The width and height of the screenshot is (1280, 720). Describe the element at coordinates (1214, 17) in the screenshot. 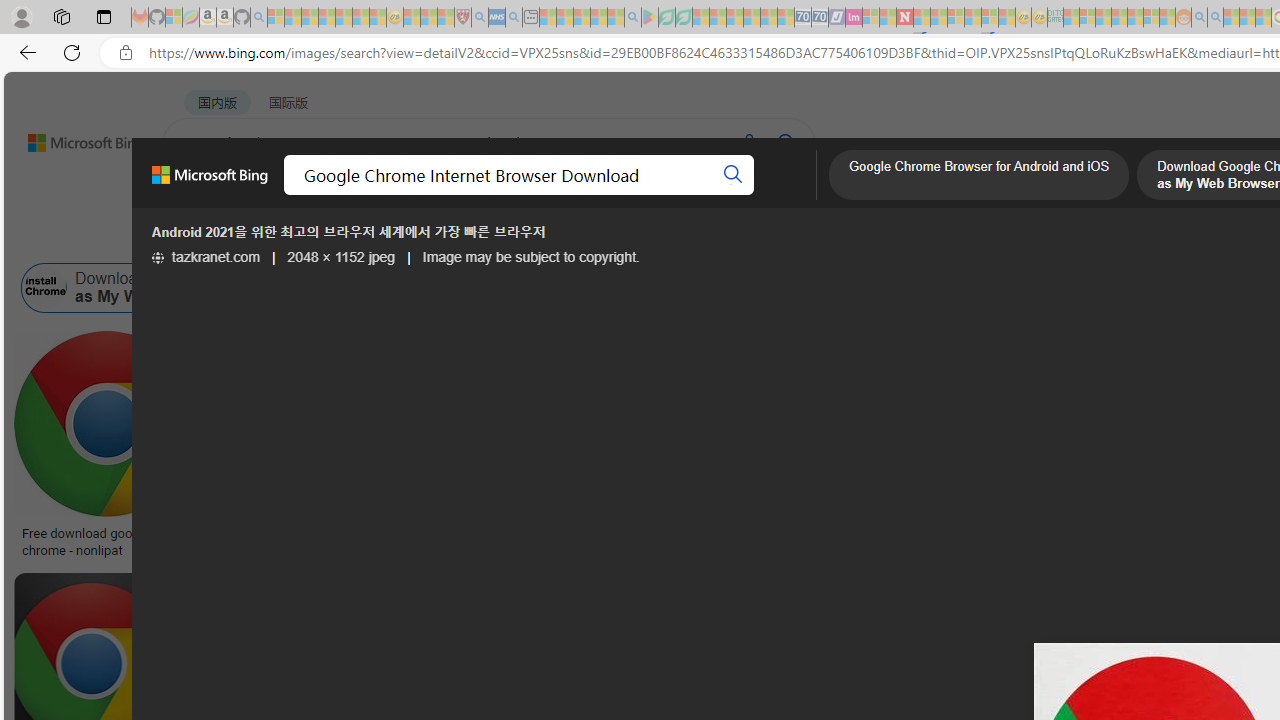

I see `'Utah sues federal government - Search - Sleeping'` at that location.